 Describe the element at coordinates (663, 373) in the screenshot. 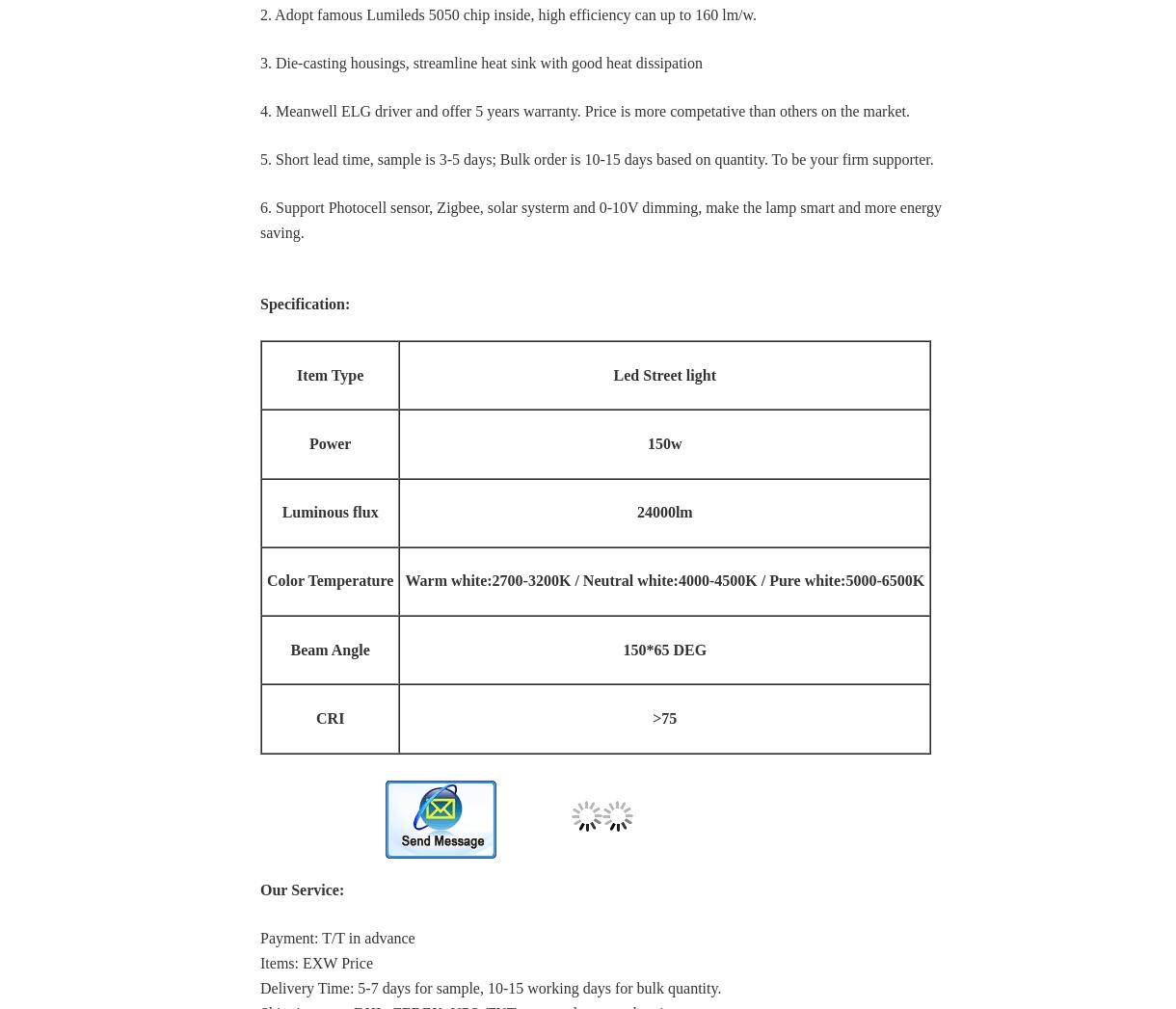

I see `'Led Street light'` at that location.